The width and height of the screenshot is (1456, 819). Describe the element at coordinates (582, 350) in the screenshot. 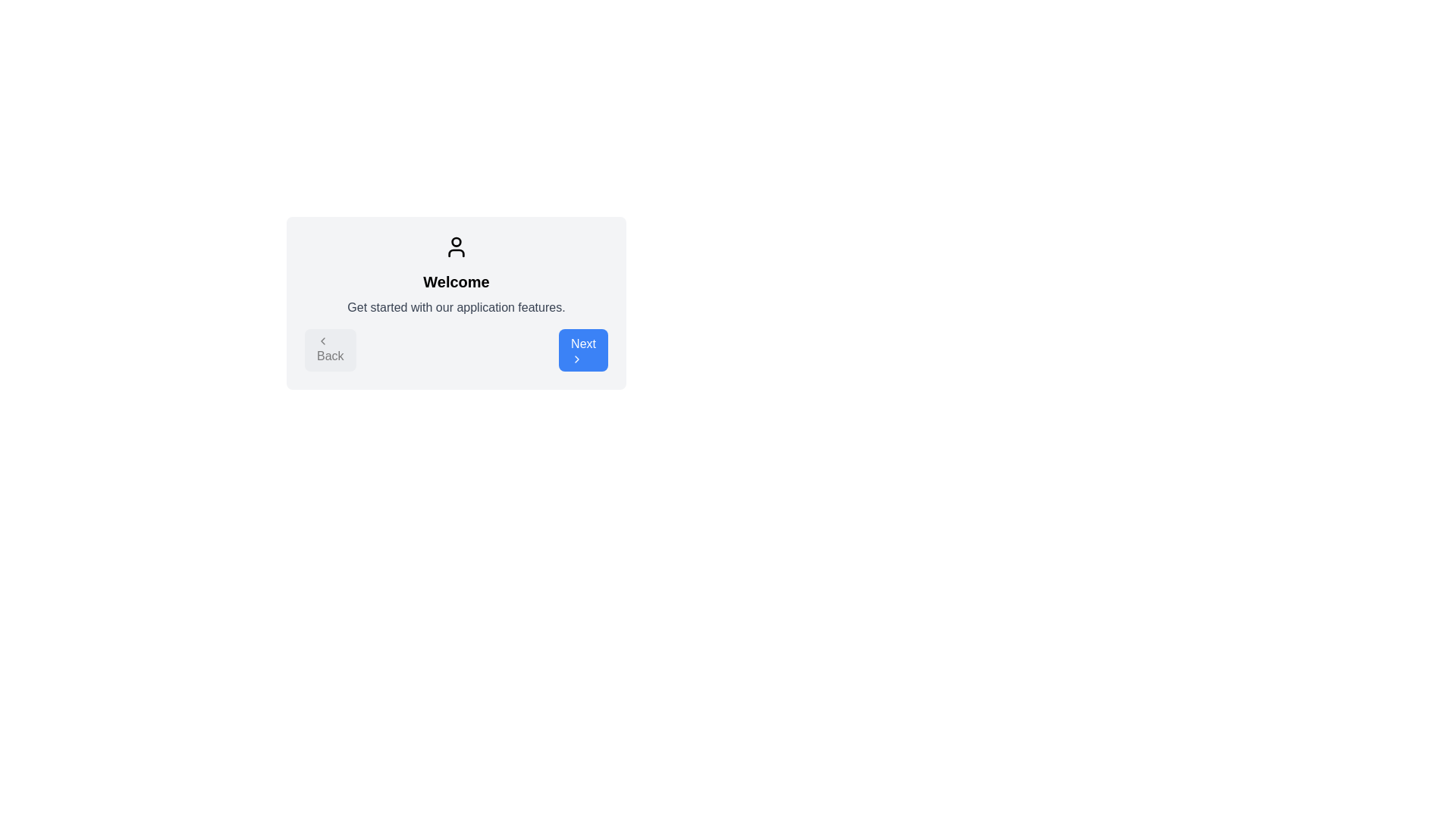

I see `the prominently styled blue button labeled 'Next' with a right-pointing chevron icon` at that location.